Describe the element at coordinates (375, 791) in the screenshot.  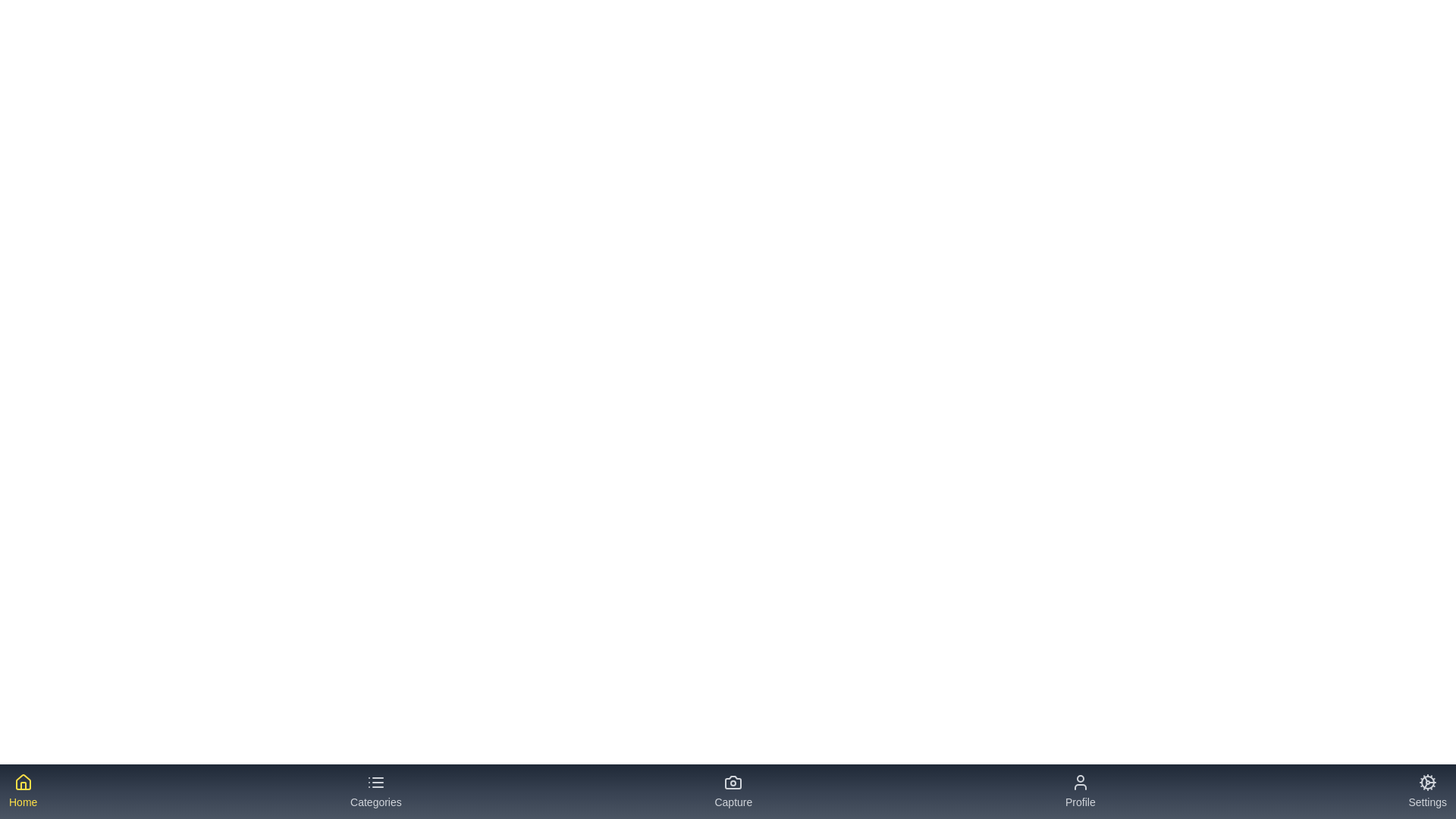
I see `the Categories tab in the bottom navigation bar` at that location.